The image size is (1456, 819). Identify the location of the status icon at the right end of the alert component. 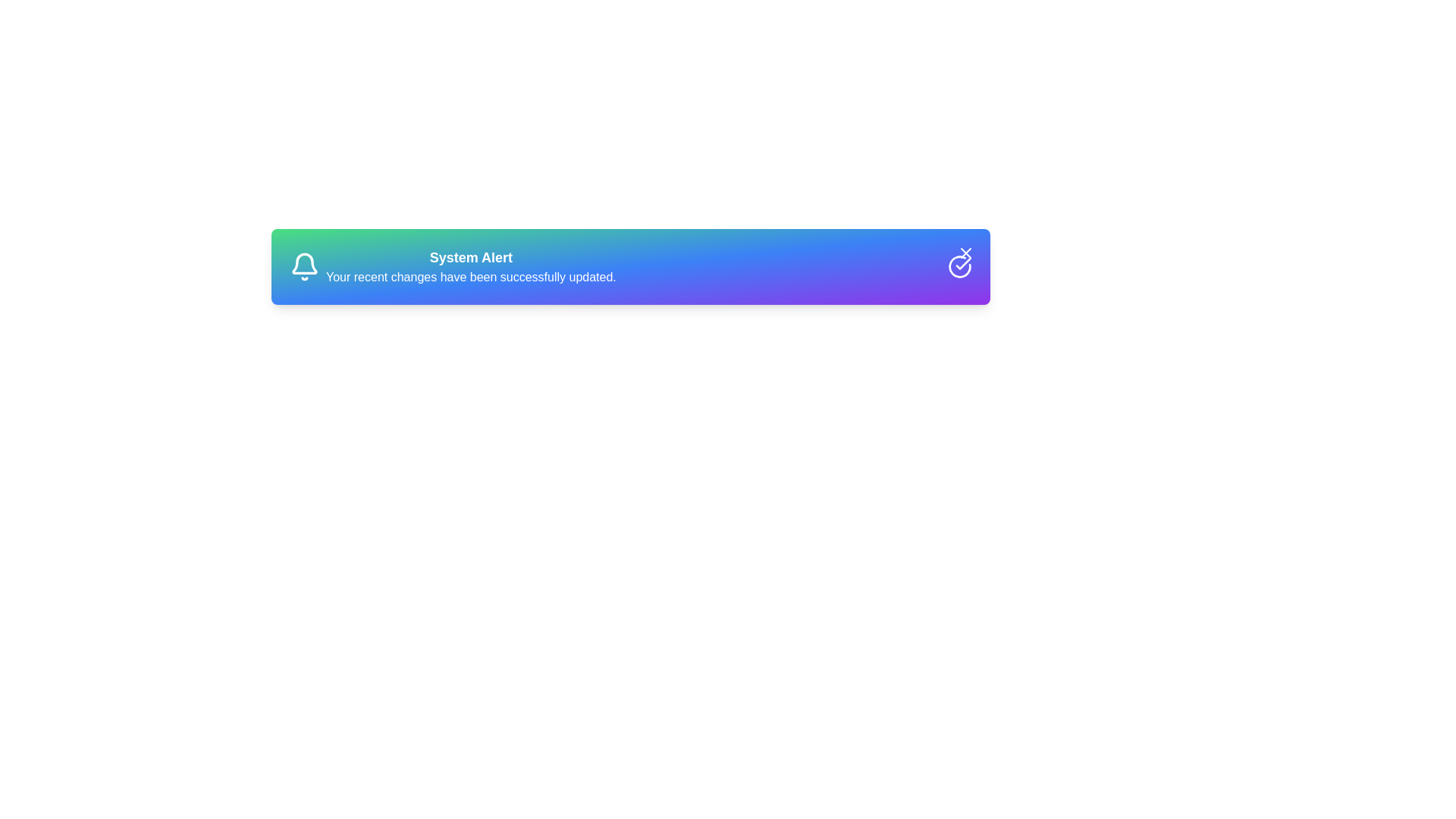
(959, 265).